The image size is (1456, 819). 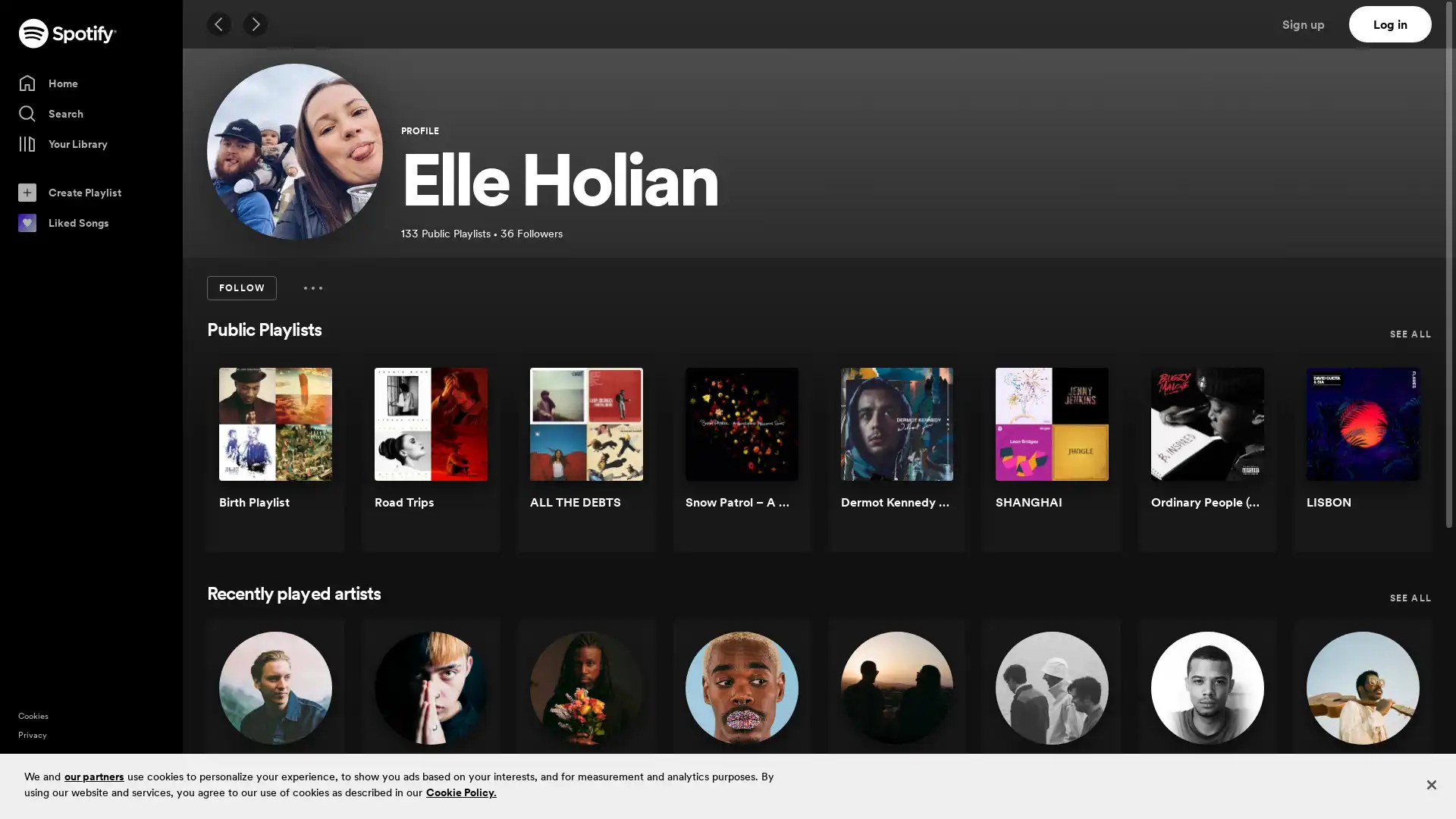 I want to click on Play Yoxng Mae-O, so click(x=461, y=724).